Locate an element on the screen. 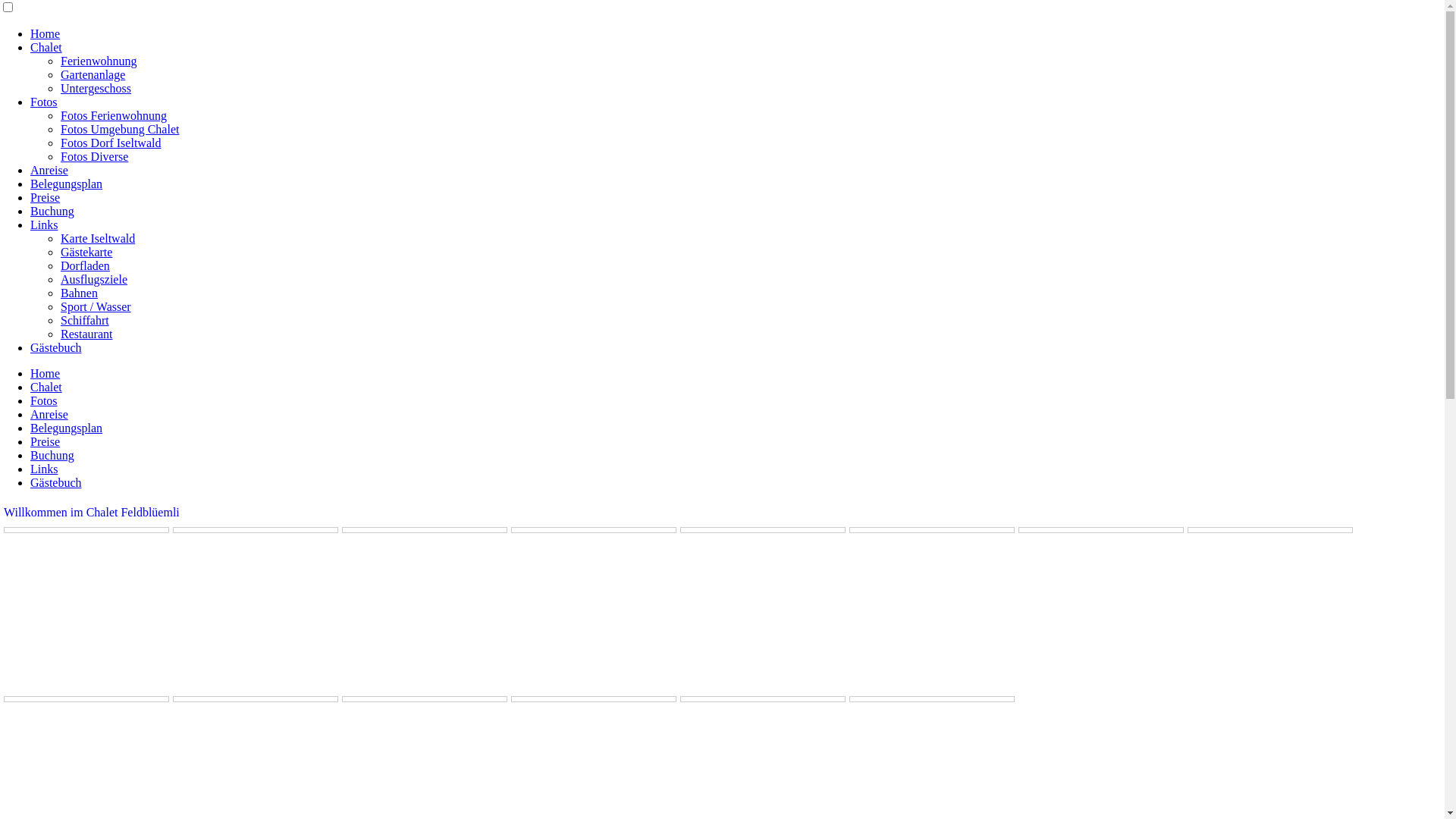 This screenshot has height=819, width=1456. 'Fotos' is located at coordinates (30, 102).